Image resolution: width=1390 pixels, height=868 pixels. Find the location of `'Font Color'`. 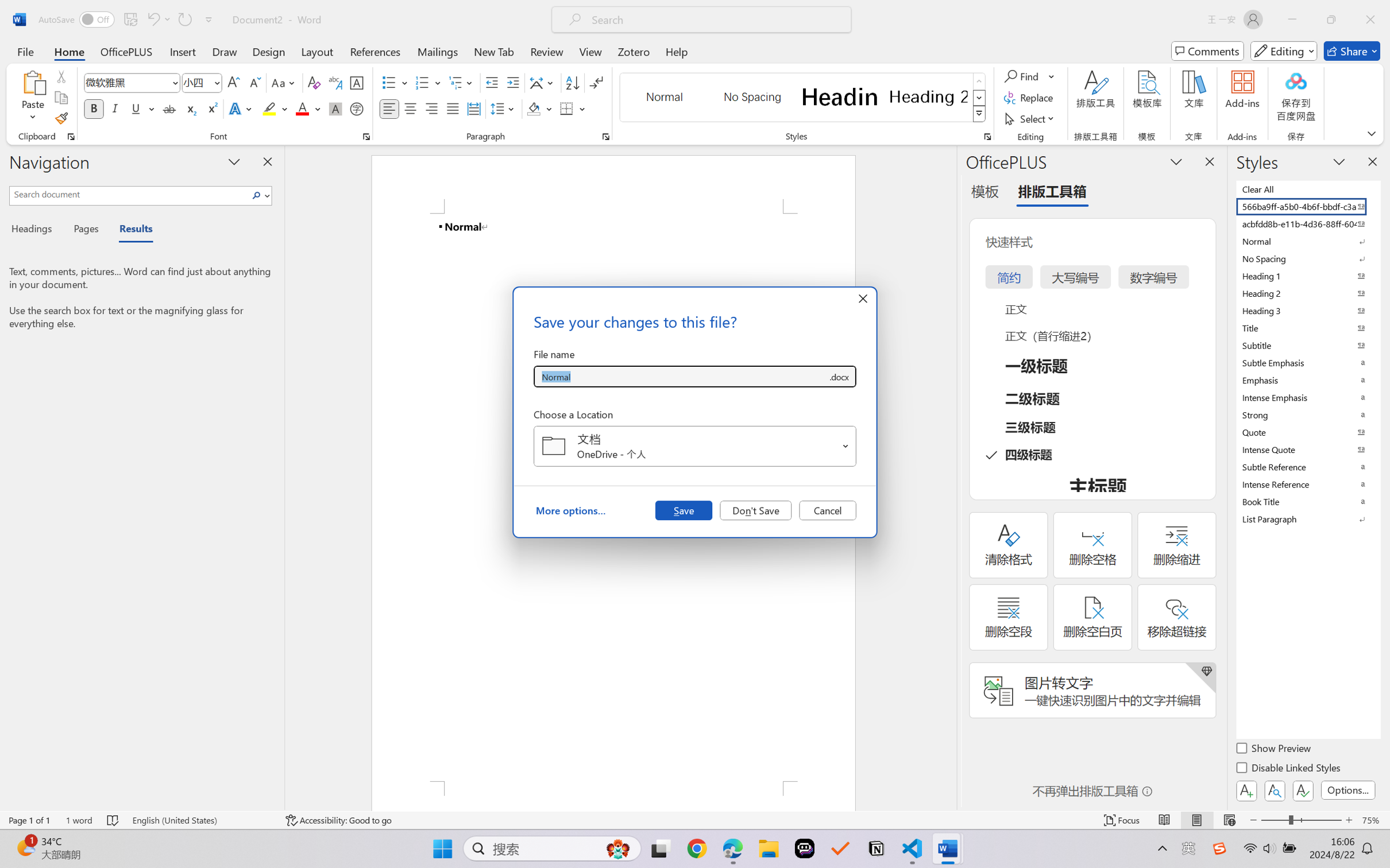

'Font Color' is located at coordinates (308, 108).